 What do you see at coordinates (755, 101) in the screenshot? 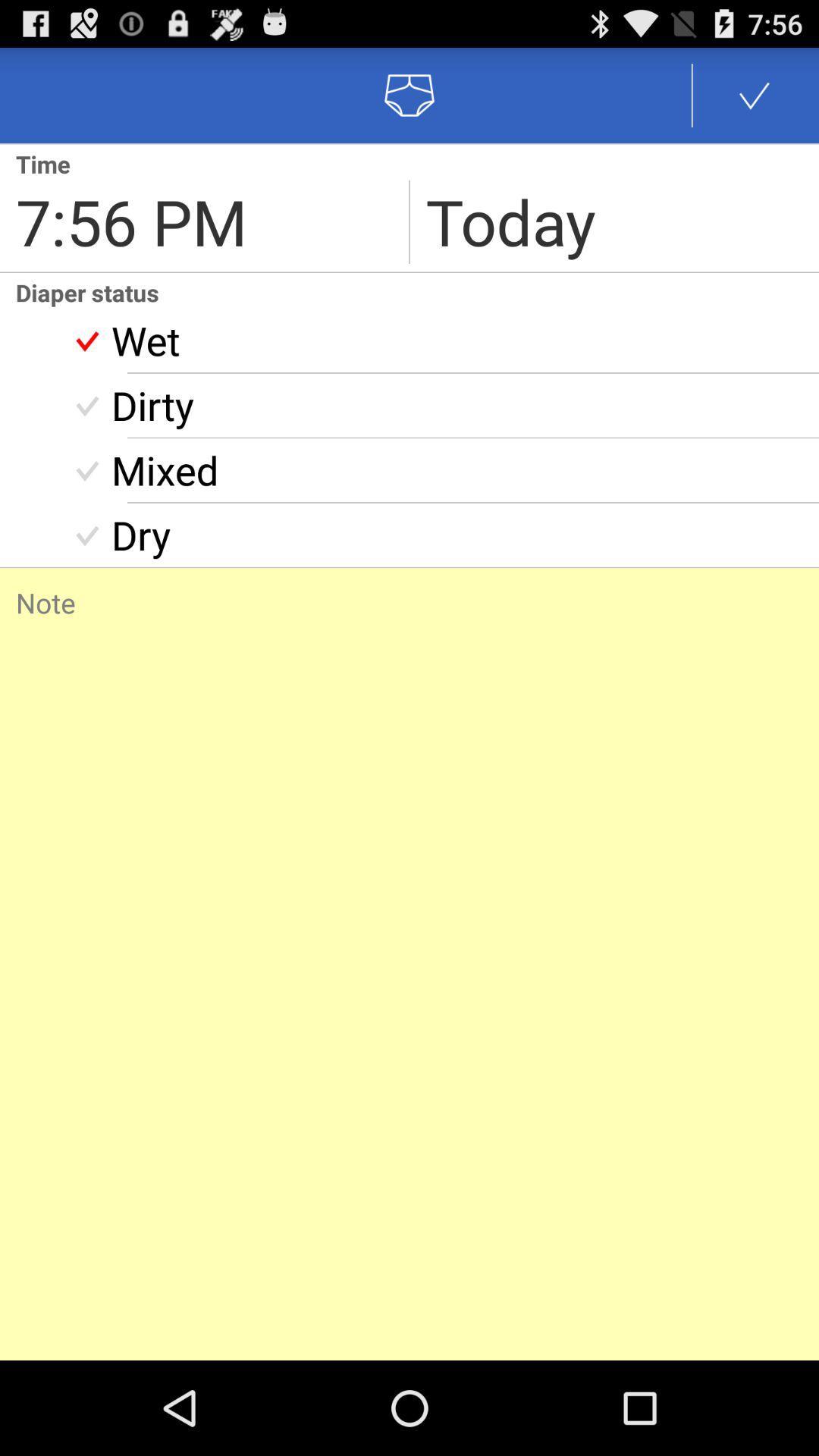
I see `the check icon` at bounding box center [755, 101].